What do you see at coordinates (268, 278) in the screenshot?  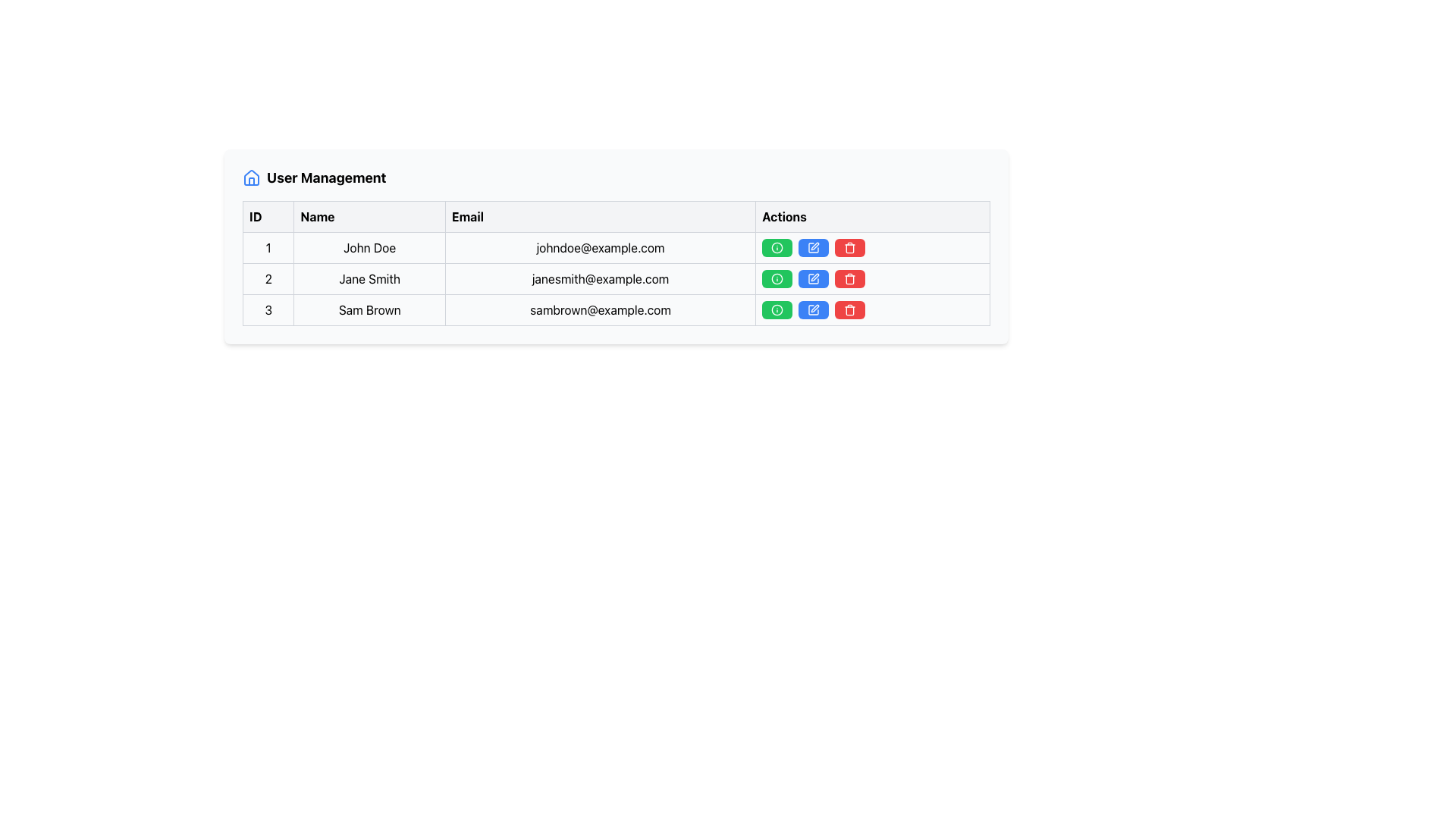 I see `the text label displaying the identifier '2' in the second row of the table under the 'ID' column, which is the first element in its row` at bounding box center [268, 278].